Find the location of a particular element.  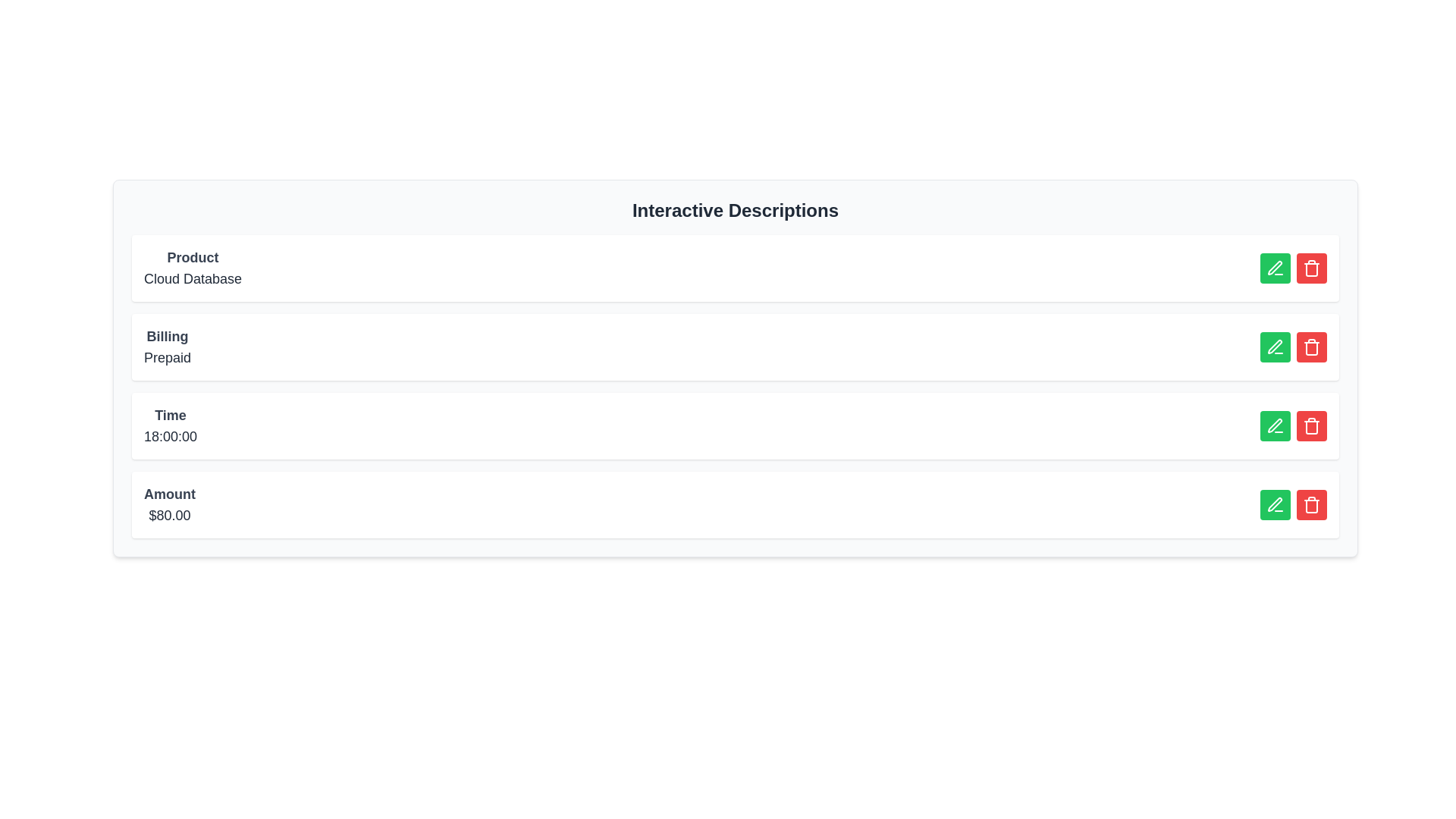

the Information card displaying the timestamp '18:00:00', which is the third card in the vertical list of items is located at coordinates (735, 426).